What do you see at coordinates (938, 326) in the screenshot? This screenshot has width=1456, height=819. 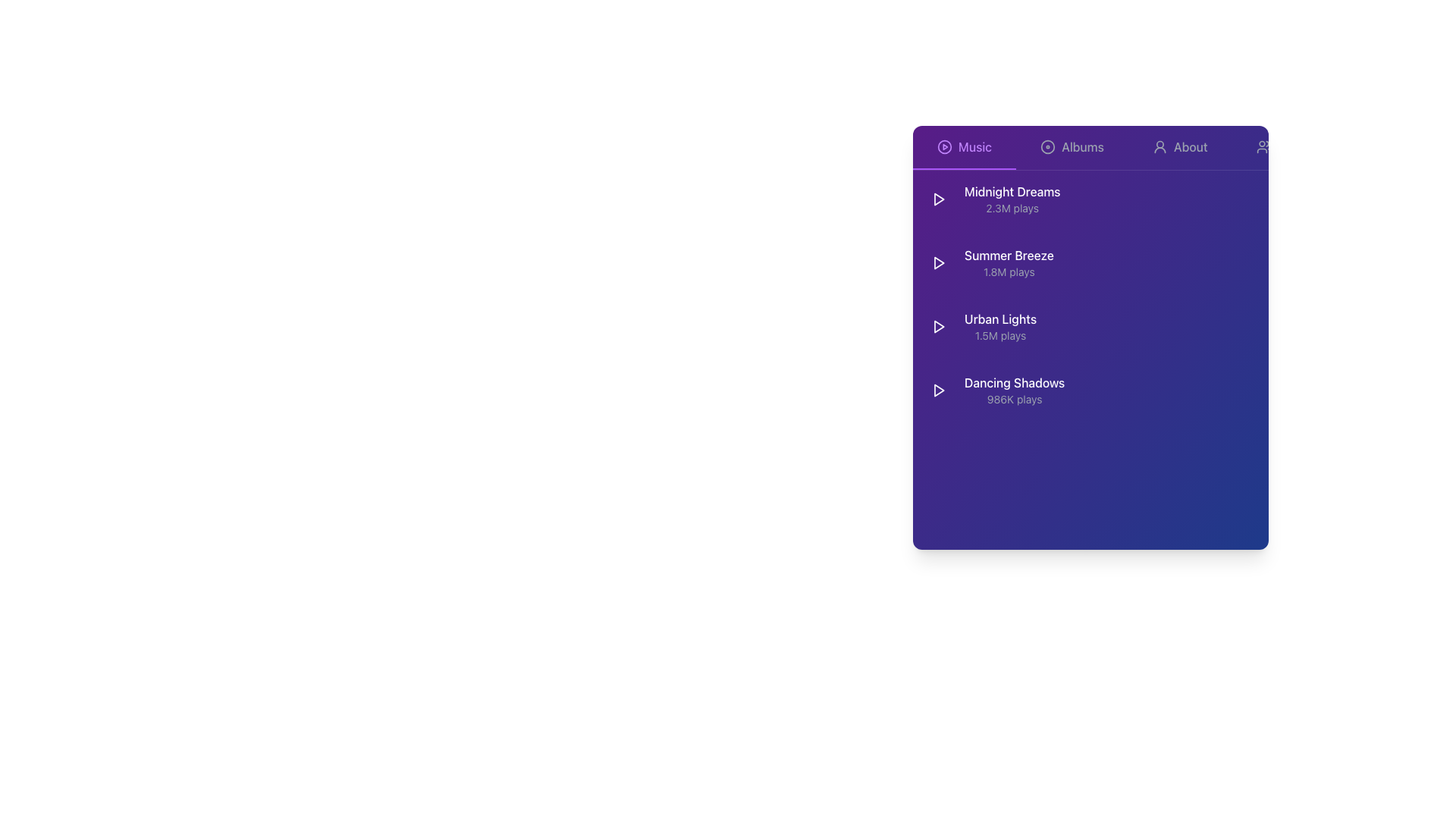 I see `the play button located to the left of the 'Urban Lights' text label` at bounding box center [938, 326].